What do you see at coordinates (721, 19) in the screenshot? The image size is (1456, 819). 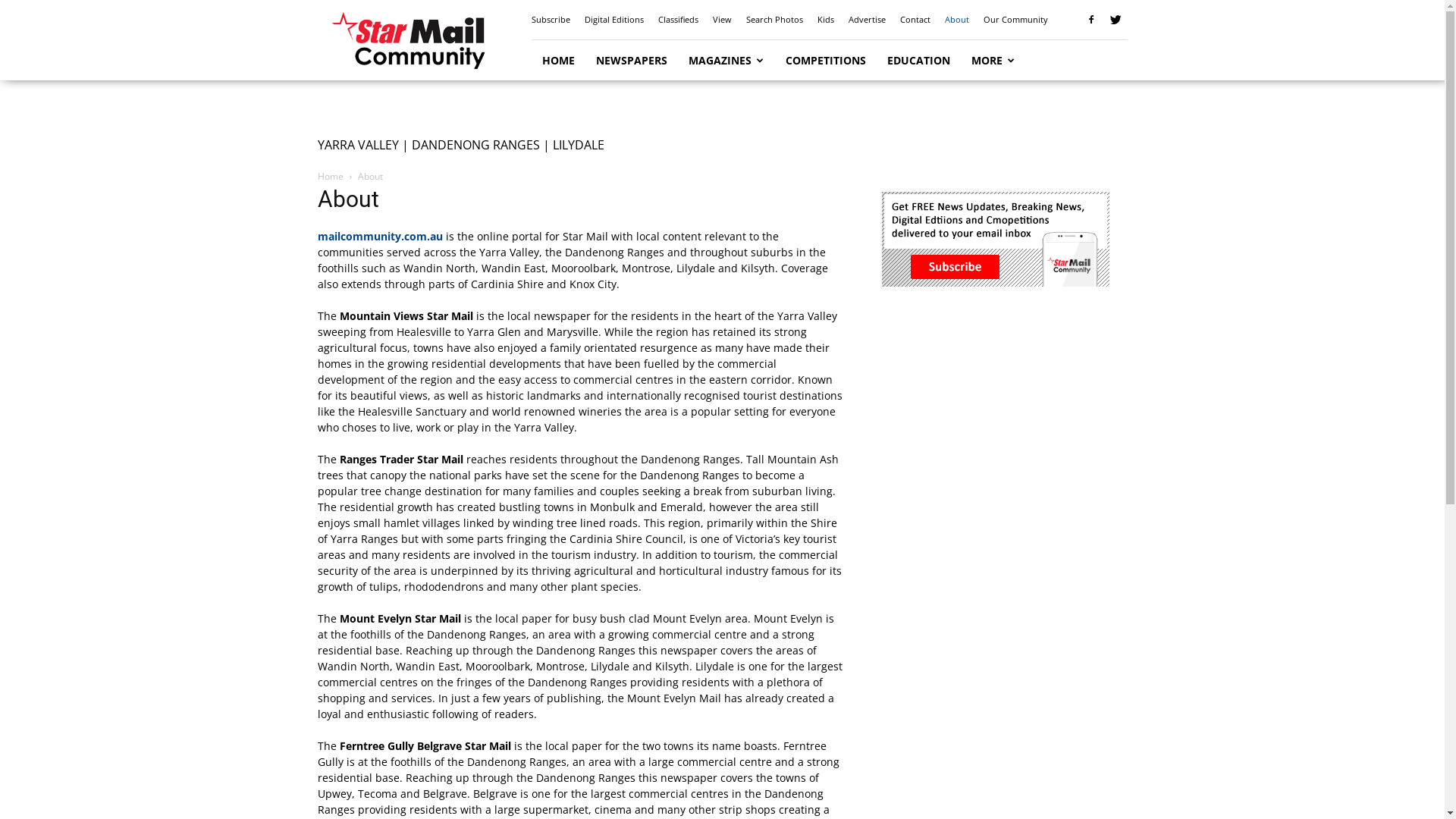 I see `'View'` at bounding box center [721, 19].